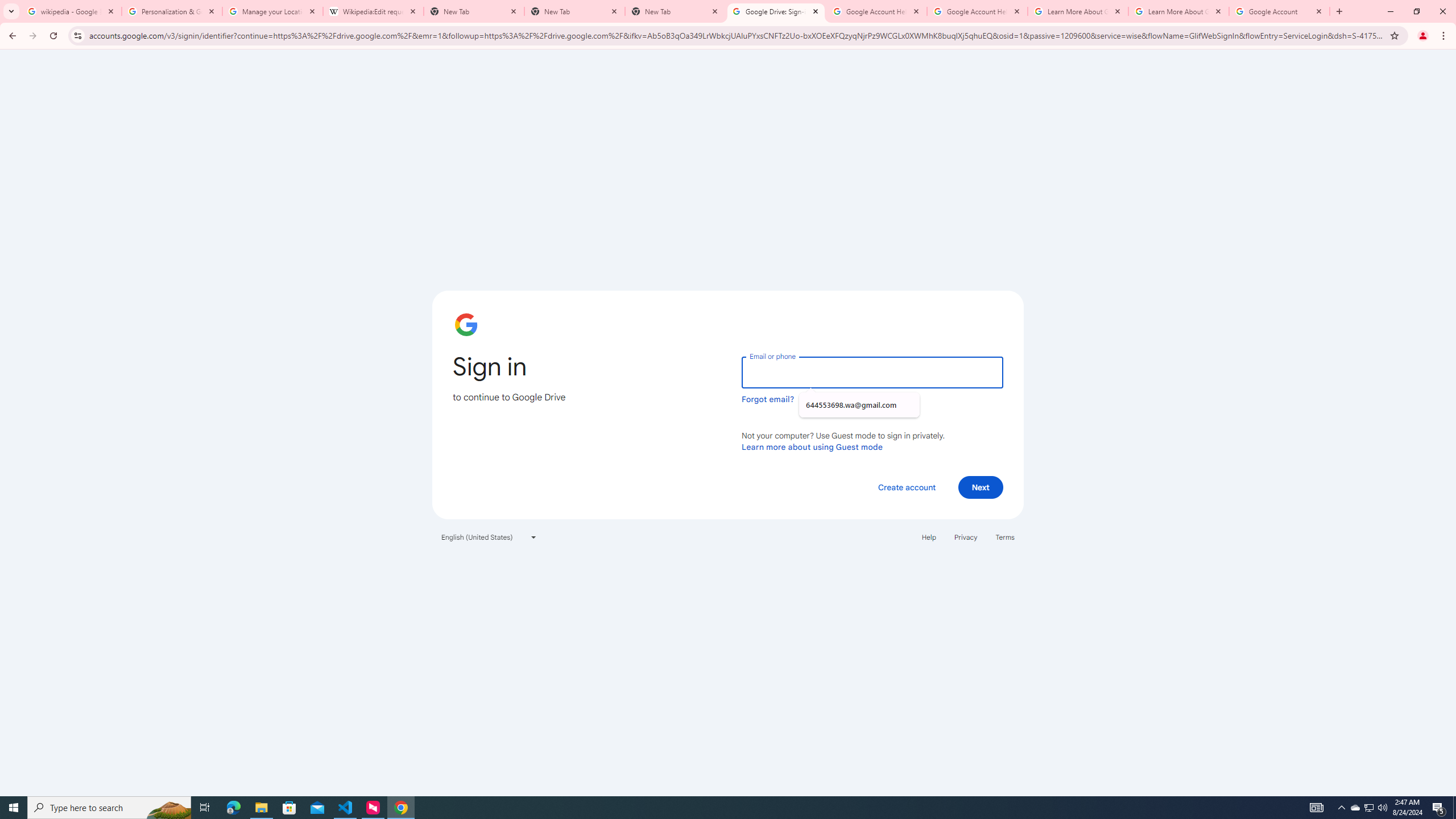  Describe the element at coordinates (767, 399) in the screenshot. I see `'Forgot email?'` at that location.